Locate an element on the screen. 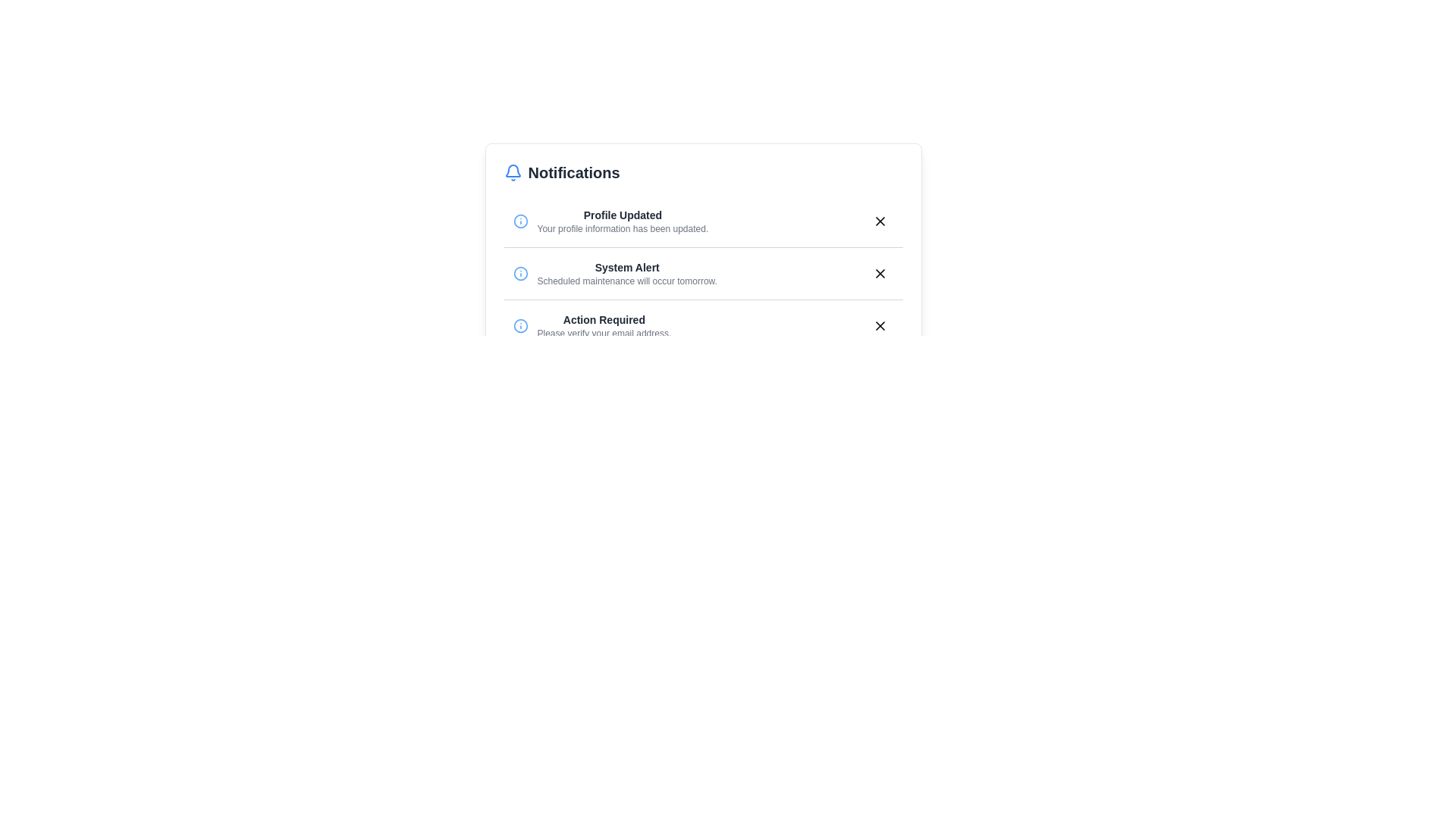  informational text block titled 'Profile Updated' which indicates that 'Your profile information has been updated.' is located at coordinates (623, 221).